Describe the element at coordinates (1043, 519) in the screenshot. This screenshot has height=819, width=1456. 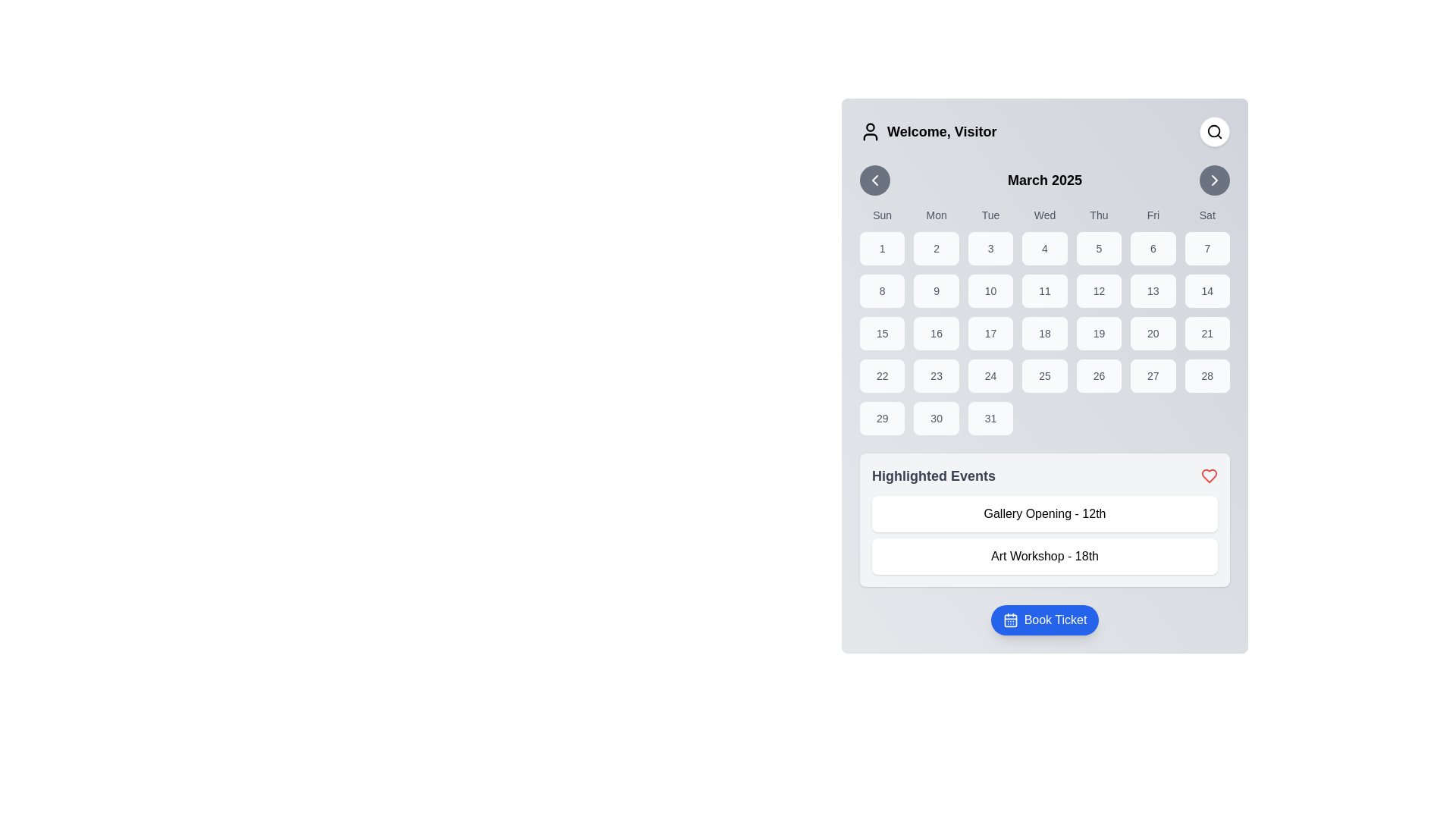
I see `events listed in the Information Card titled 'Highlighted Events', which contains 'Gallery Opening - 12th' and 'Art Workshop - 18th'` at that location.